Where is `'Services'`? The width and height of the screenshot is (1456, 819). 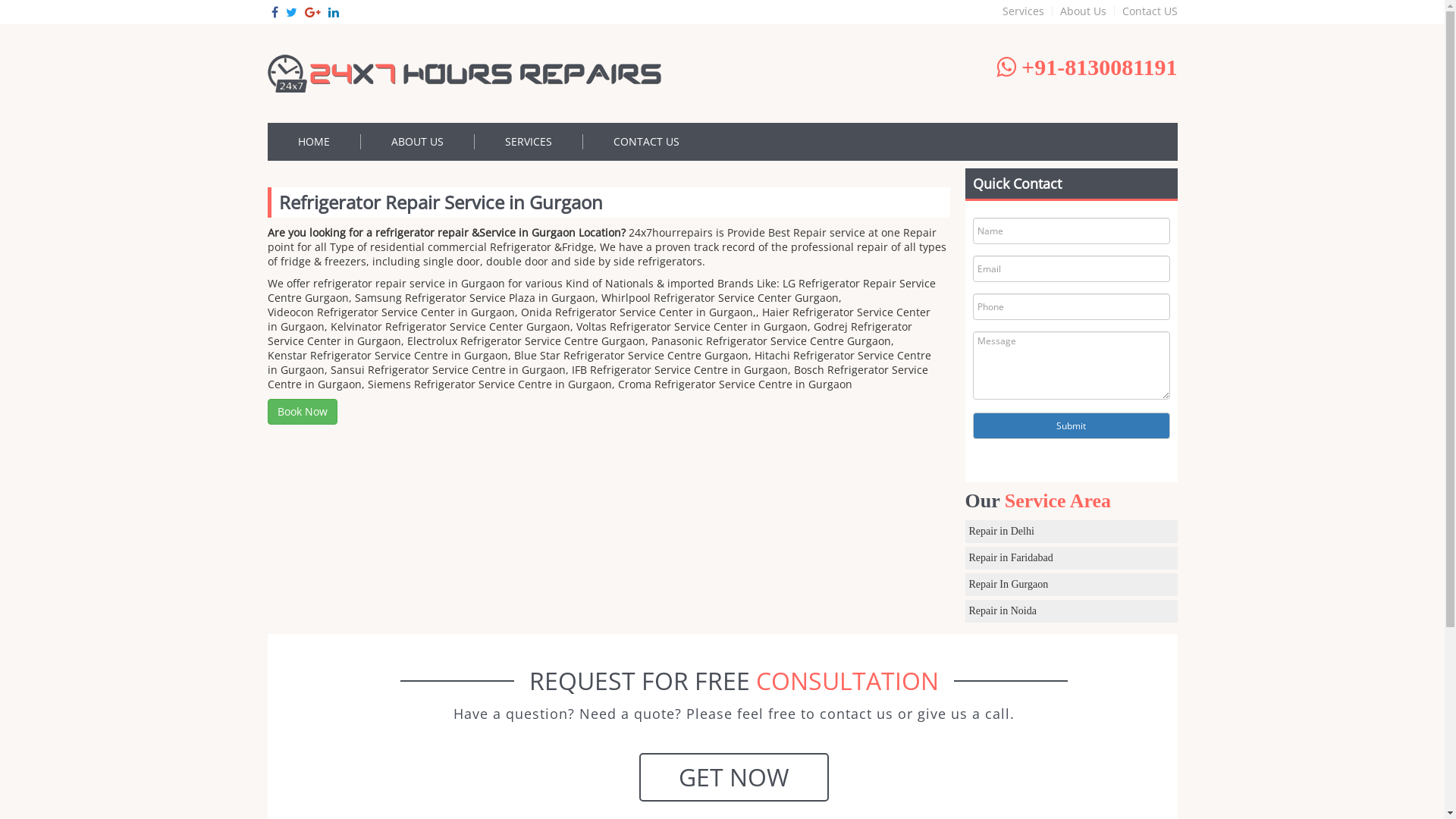 'Services' is located at coordinates (1023, 11).